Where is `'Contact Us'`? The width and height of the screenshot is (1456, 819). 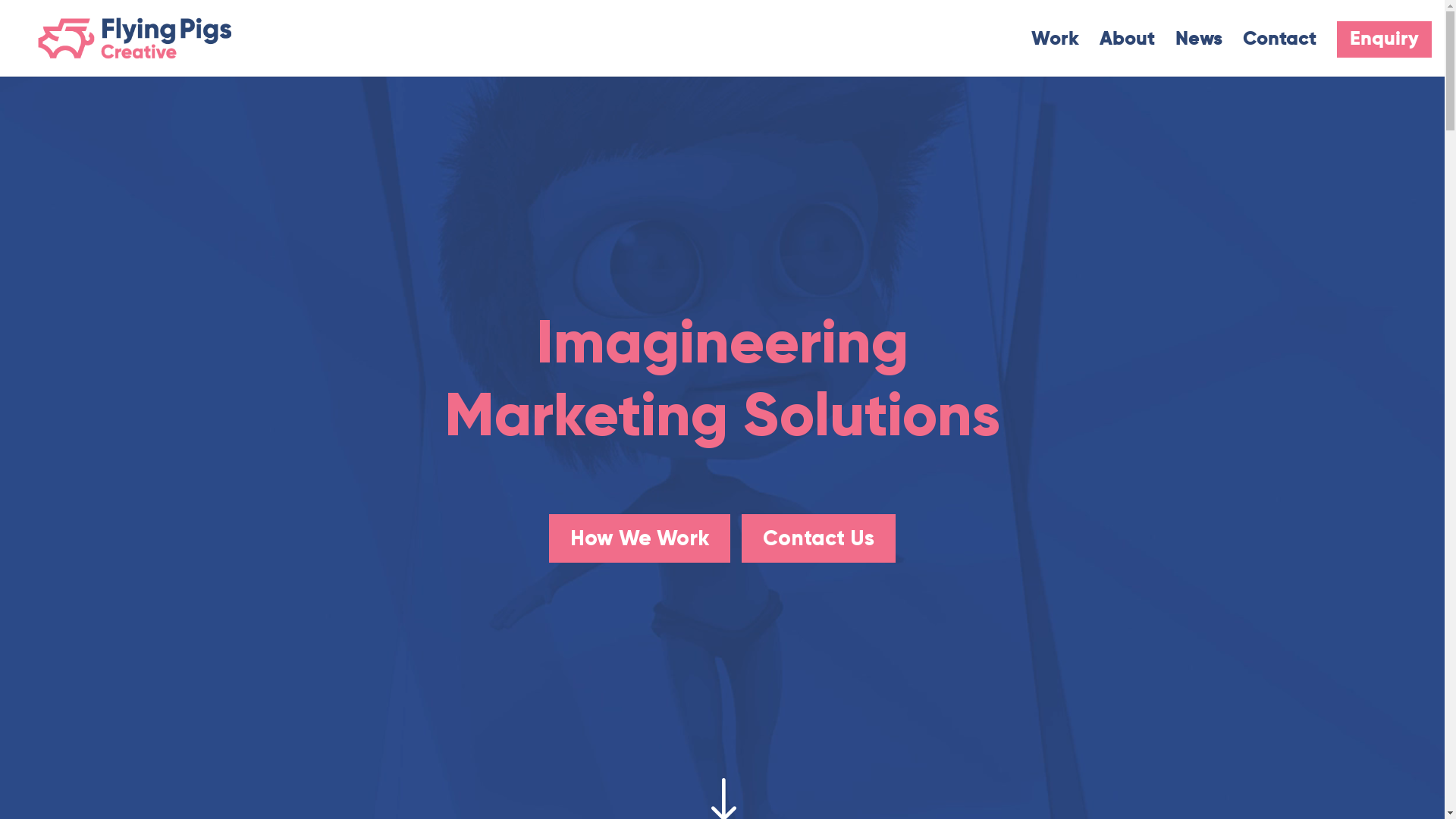
'Contact Us' is located at coordinates (817, 537).